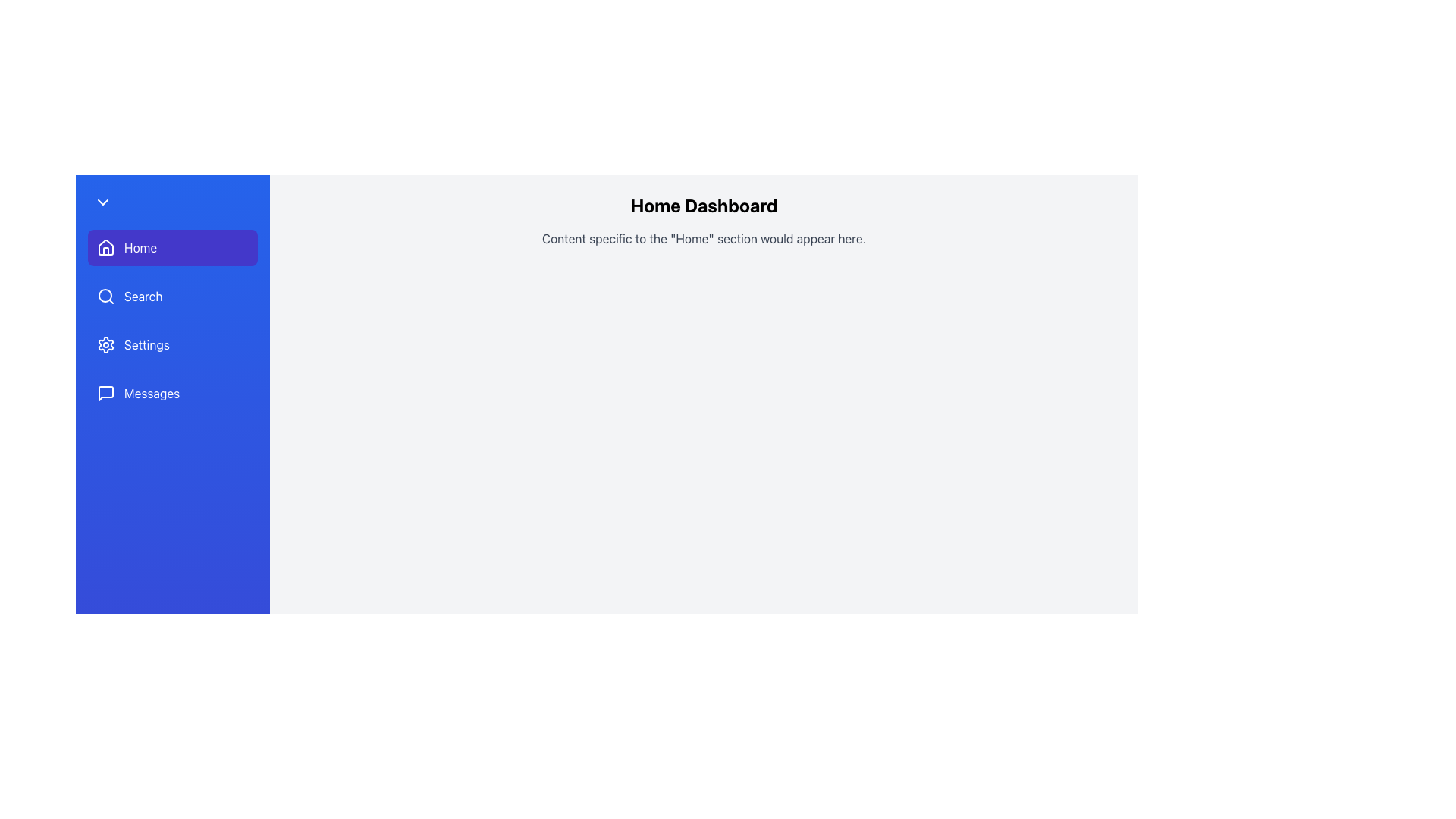 The height and width of the screenshot is (819, 1456). I want to click on the navigation button located in the left-hand vertical navigation bar, positioned below the 'Search' menu item and above the 'Messages' menu item, which is the third item in the menu group, so click(172, 345).